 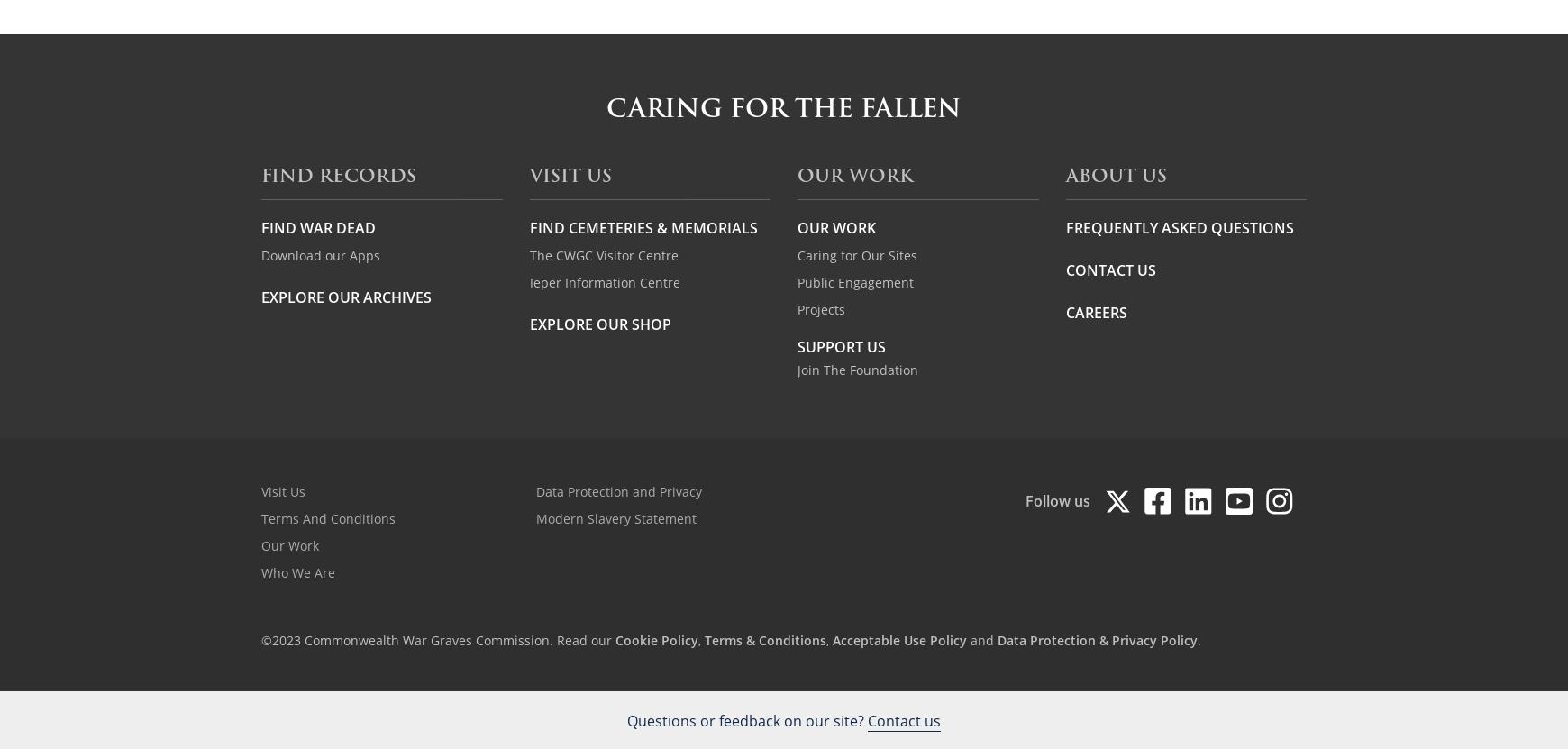 What do you see at coordinates (604, 281) in the screenshot?
I see `'Ieper Information Centre'` at bounding box center [604, 281].